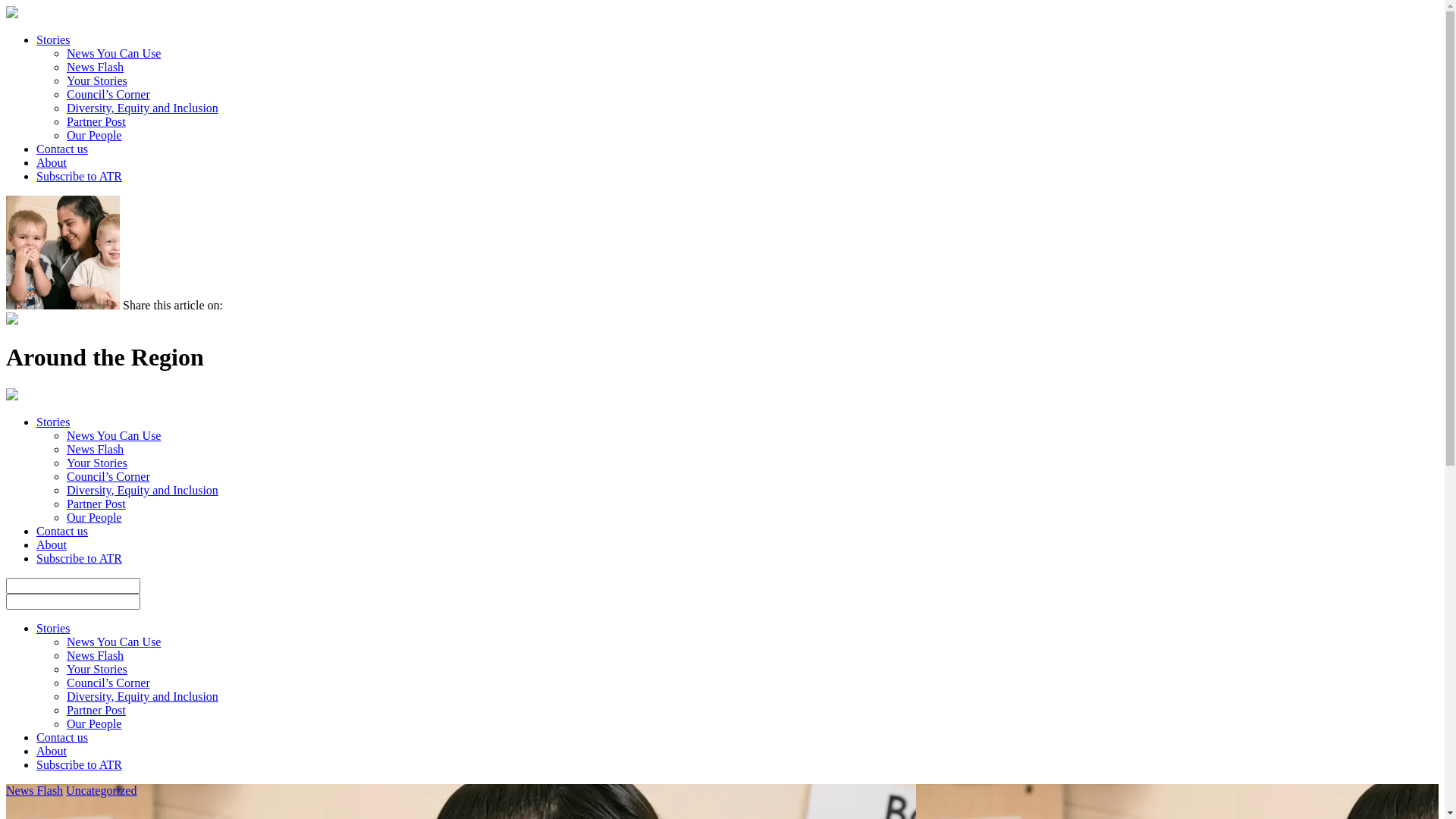 This screenshot has height=819, width=1456. I want to click on 'Diversity, Equity and Inclusion', so click(142, 696).